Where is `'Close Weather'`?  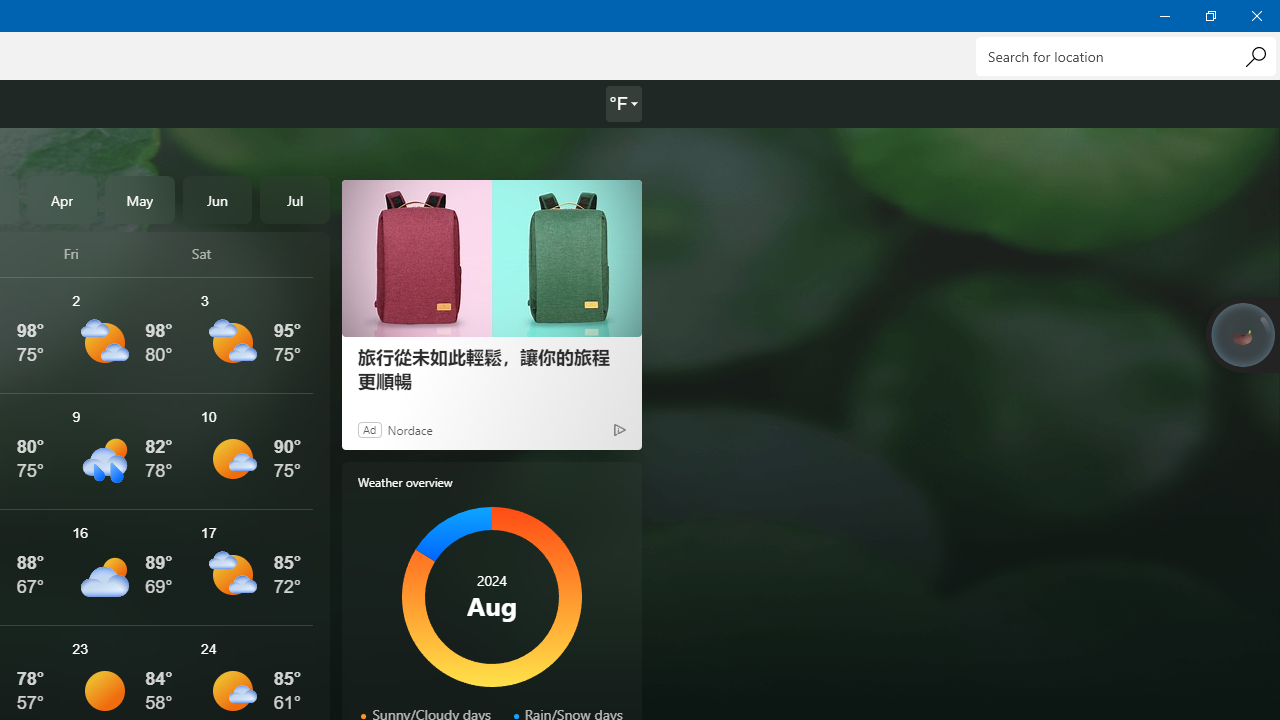 'Close Weather' is located at coordinates (1255, 15).